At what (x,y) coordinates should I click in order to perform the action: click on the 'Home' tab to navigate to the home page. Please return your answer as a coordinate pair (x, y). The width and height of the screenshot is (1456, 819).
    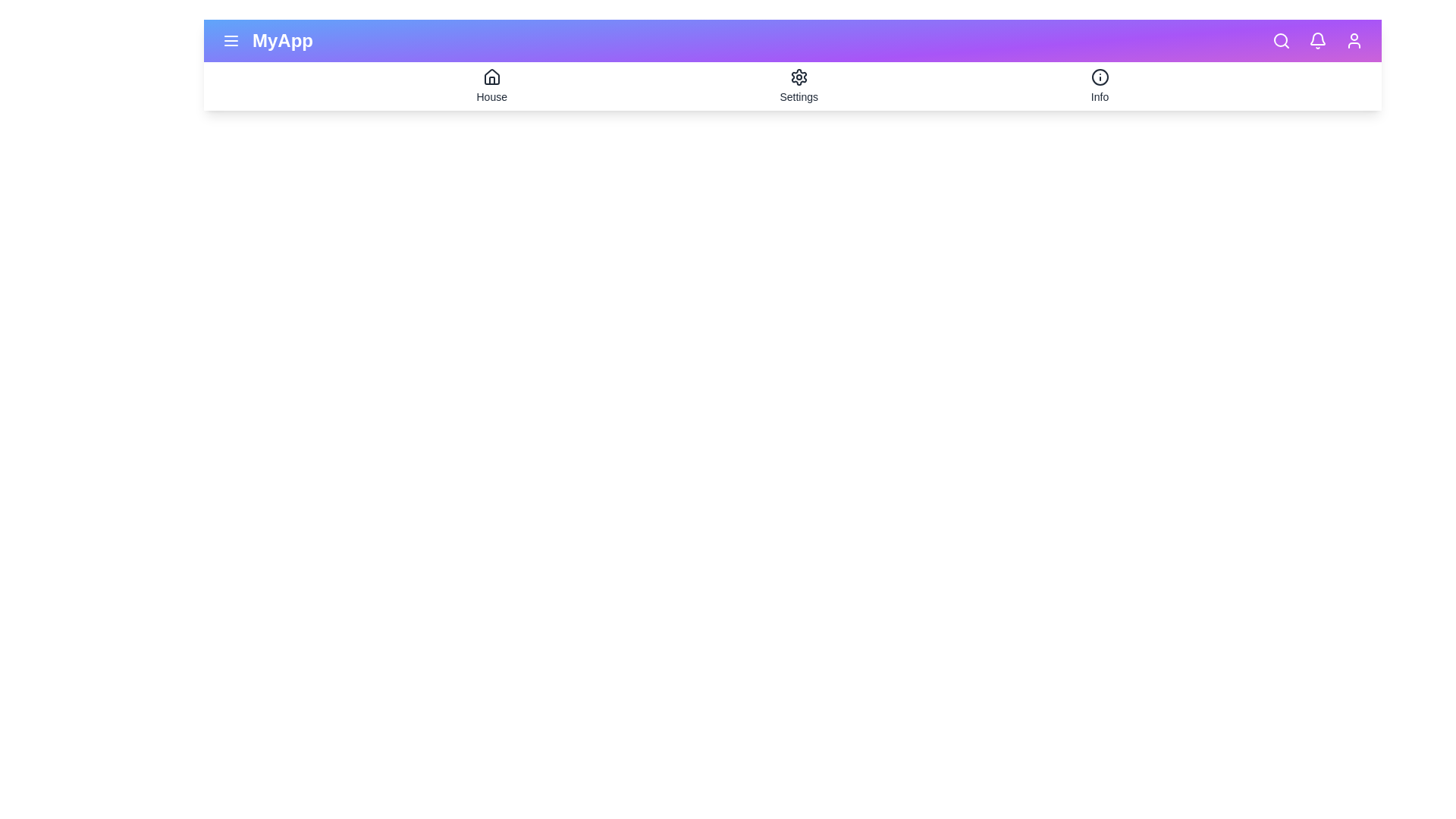
    Looking at the image, I should click on (491, 86).